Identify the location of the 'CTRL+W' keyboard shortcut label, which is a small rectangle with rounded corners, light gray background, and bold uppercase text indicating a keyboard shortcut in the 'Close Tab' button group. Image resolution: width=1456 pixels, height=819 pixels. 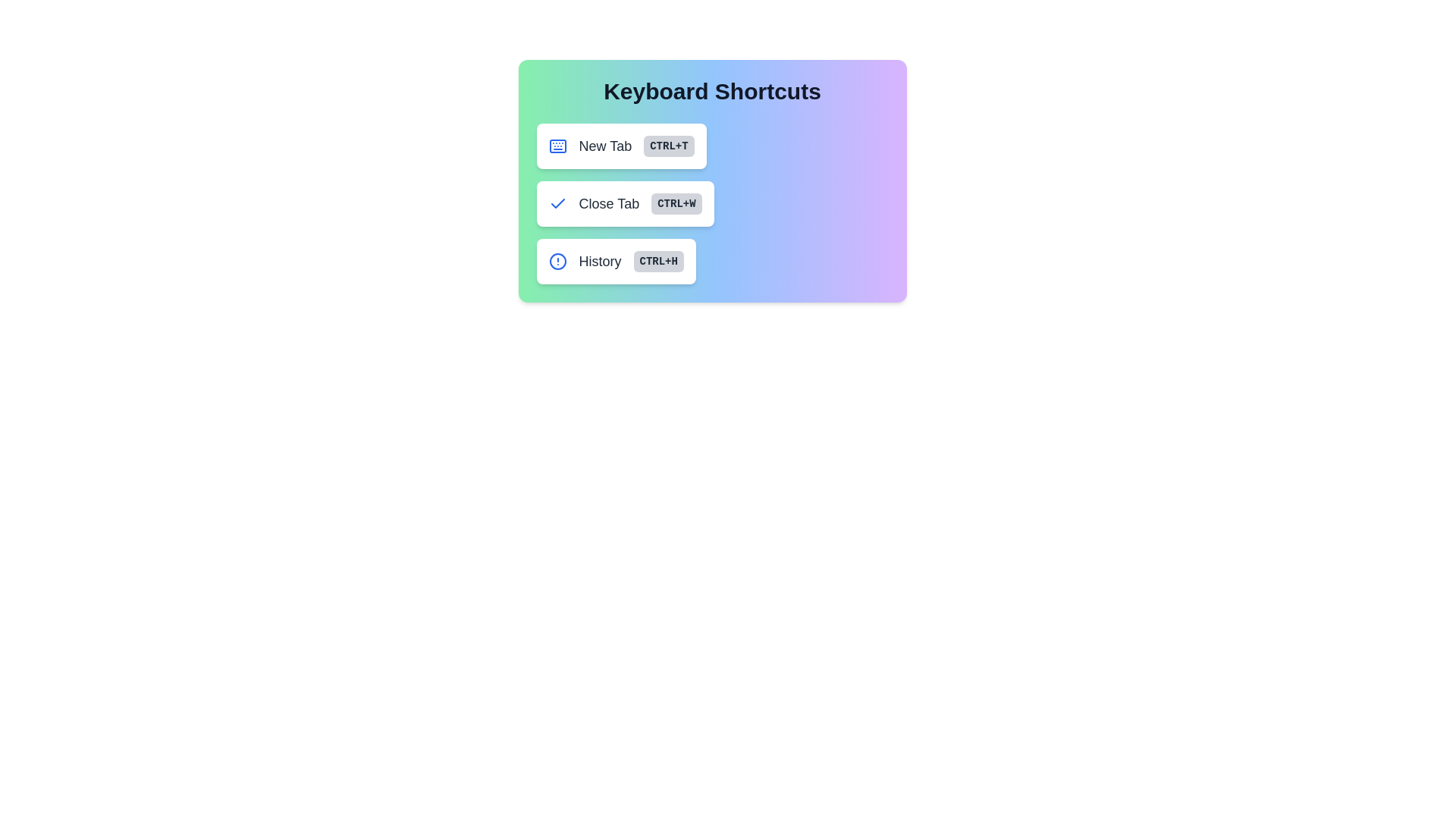
(676, 203).